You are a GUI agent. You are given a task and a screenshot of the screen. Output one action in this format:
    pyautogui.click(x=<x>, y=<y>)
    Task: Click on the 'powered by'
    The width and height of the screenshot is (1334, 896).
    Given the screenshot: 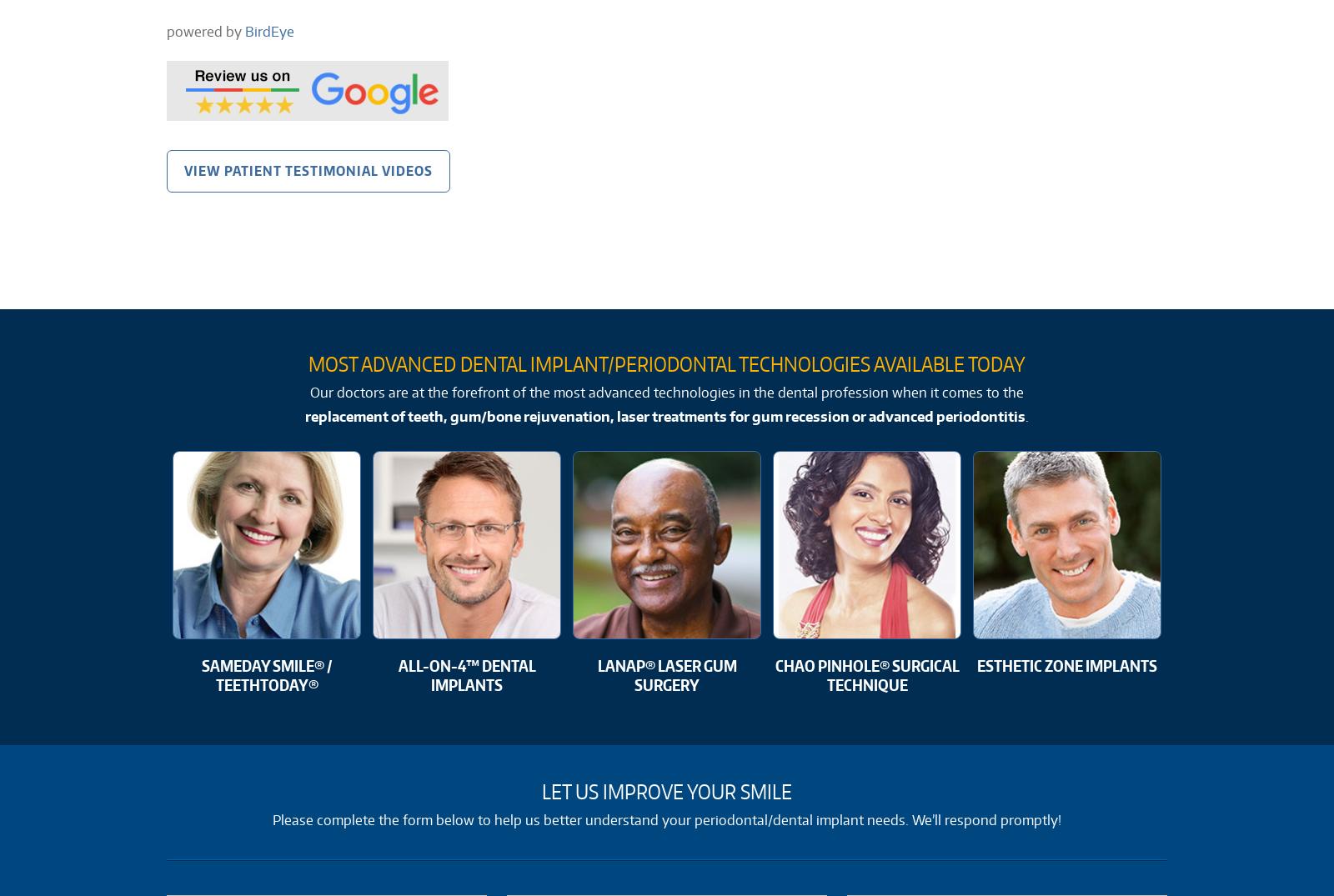 What is the action you would take?
    pyautogui.click(x=206, y=30)
    